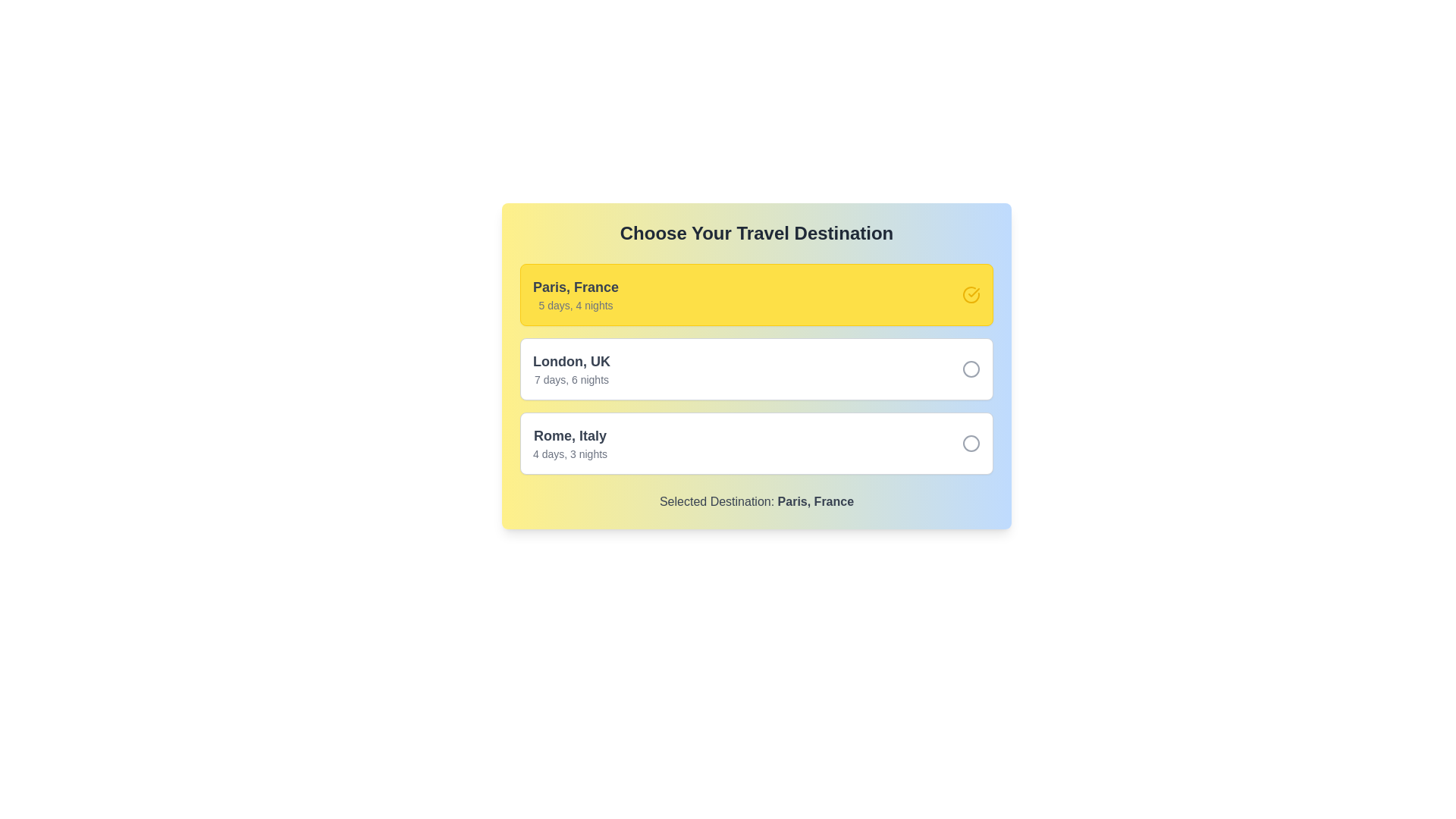  I want to click on the text label reading 'Paris, France', which is styled in bold and large dark gray font and is positioned within a yellow rectangle indicating a selected state, so click(575, 287).